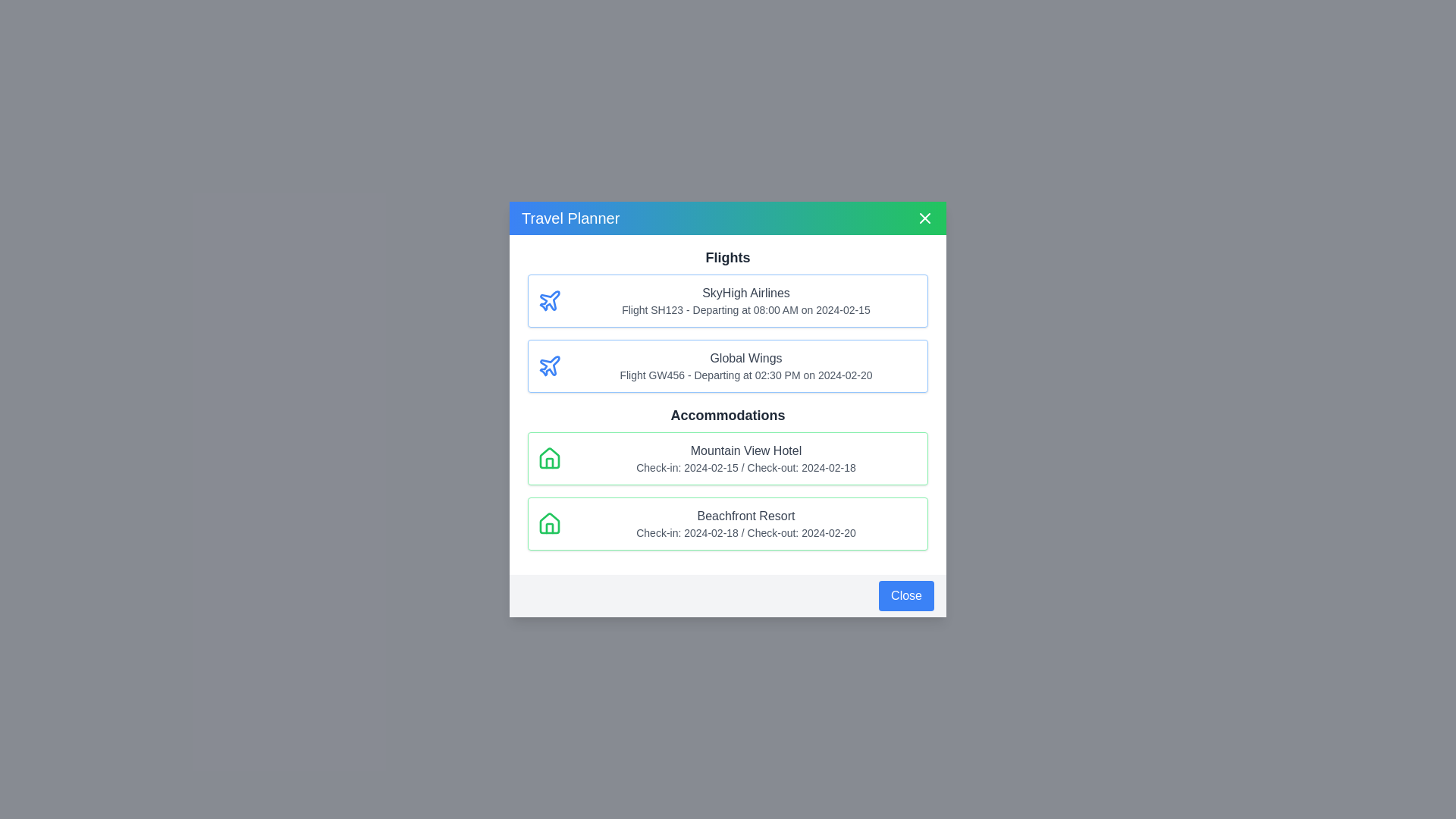 This screenshot has height=819, width=1456. Describe the element at coordinates (745, 366) in the screenshot. I see `the Text information component displaying 'Global Wings' and flight details 'GW456' in the 'Flights' section of the 'Travel Planner' interface` at that location.